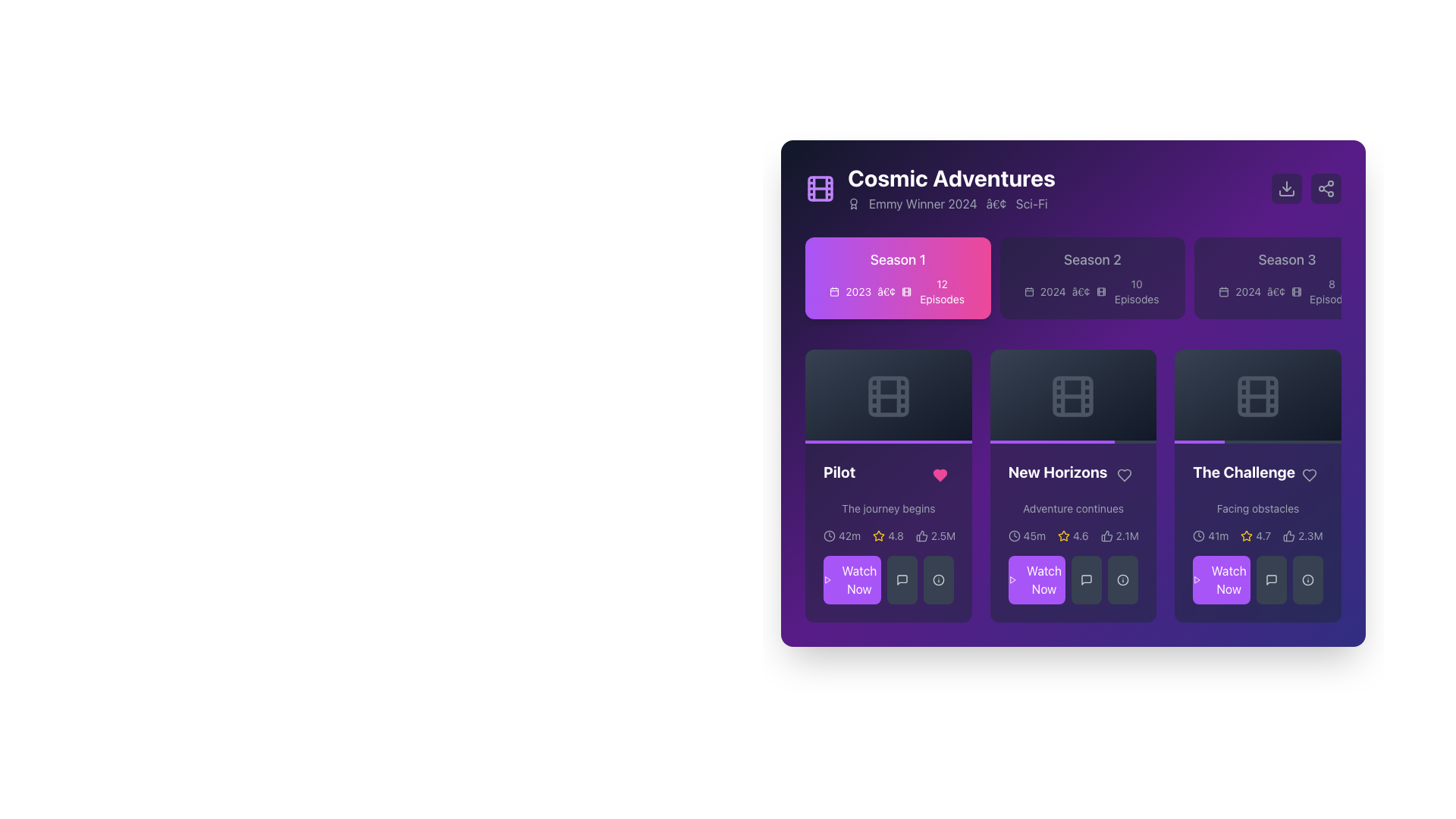 The height and width of the screenshot is (819, 1456). I want to click on the Text Label that serves as the title of the episode, located below the thumbnail image of the second episode, so click(1072, 474).